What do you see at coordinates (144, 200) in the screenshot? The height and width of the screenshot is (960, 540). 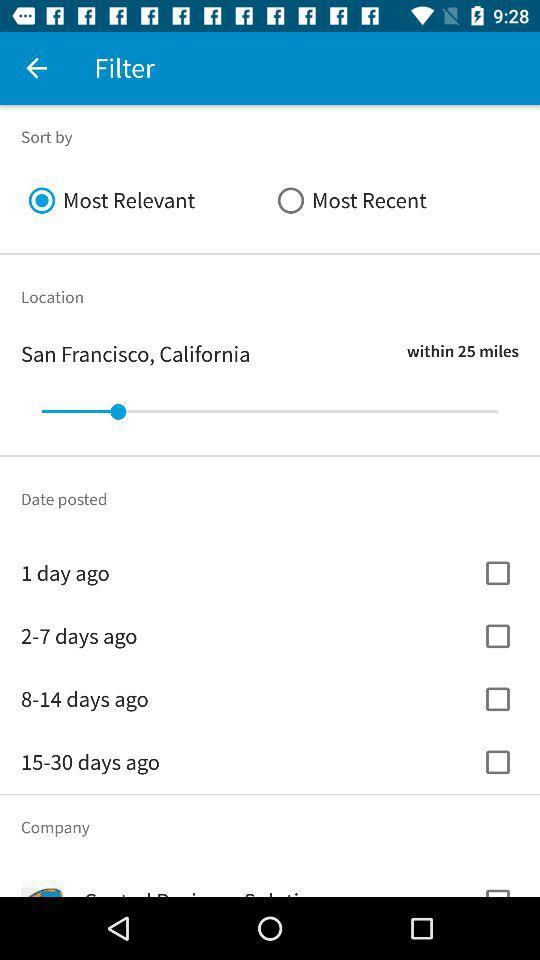 I see `the item to the left of most recent item` at bounding box center [144, 200].